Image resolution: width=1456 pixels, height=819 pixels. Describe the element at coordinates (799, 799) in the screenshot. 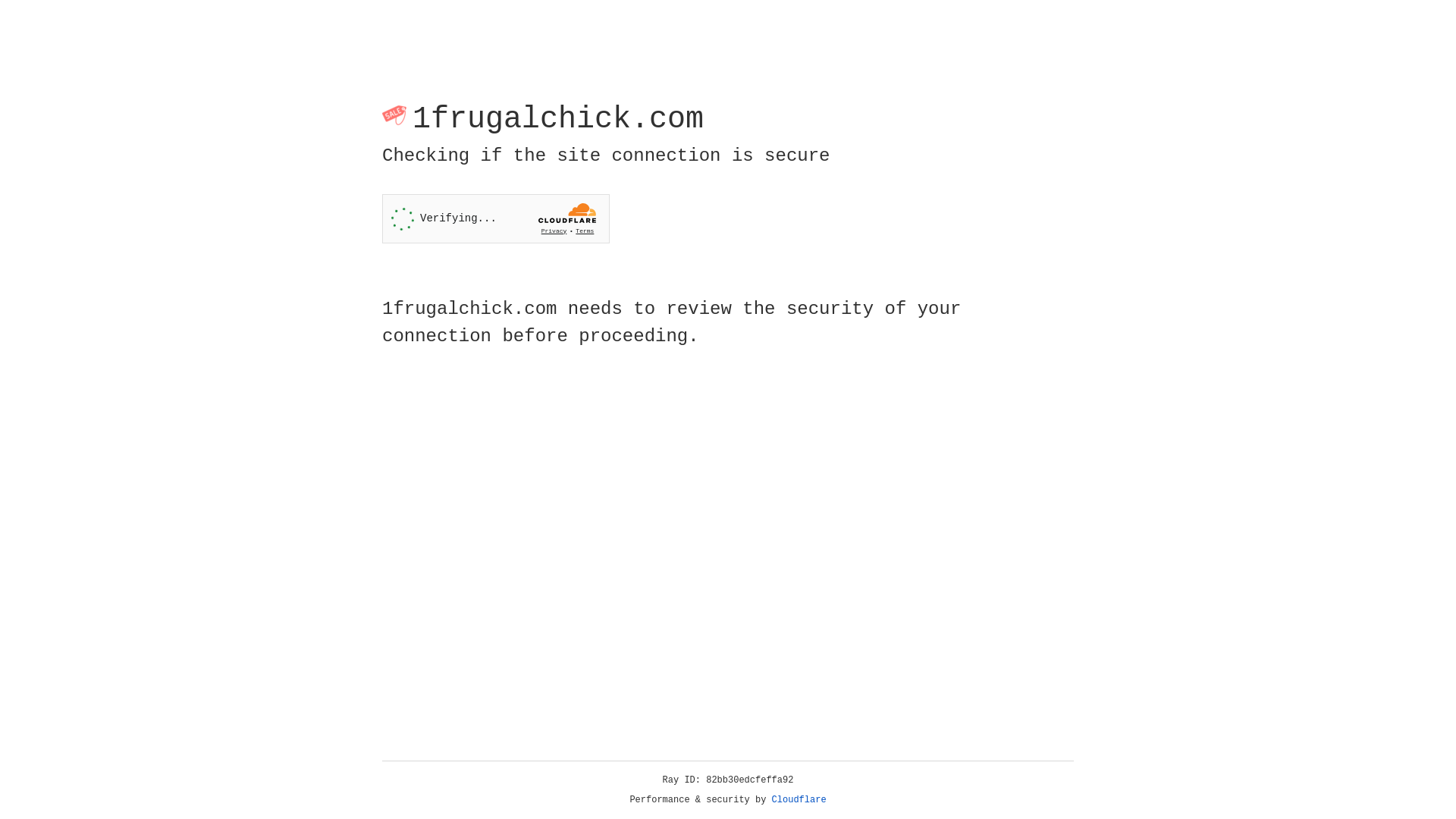

I see `'Cloudflare'` at that location.